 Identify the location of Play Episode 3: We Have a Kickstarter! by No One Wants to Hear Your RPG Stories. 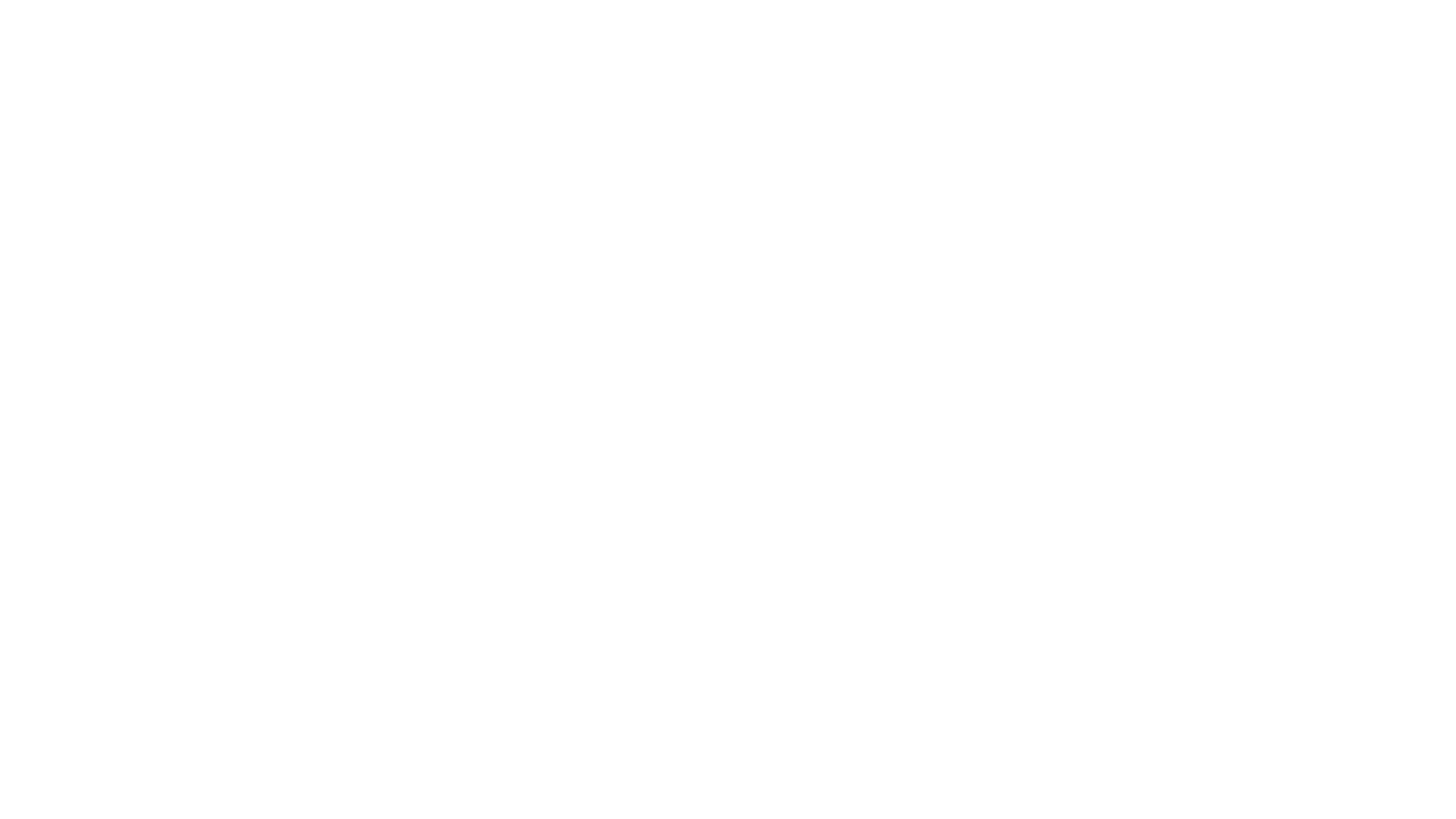
(203, 436).